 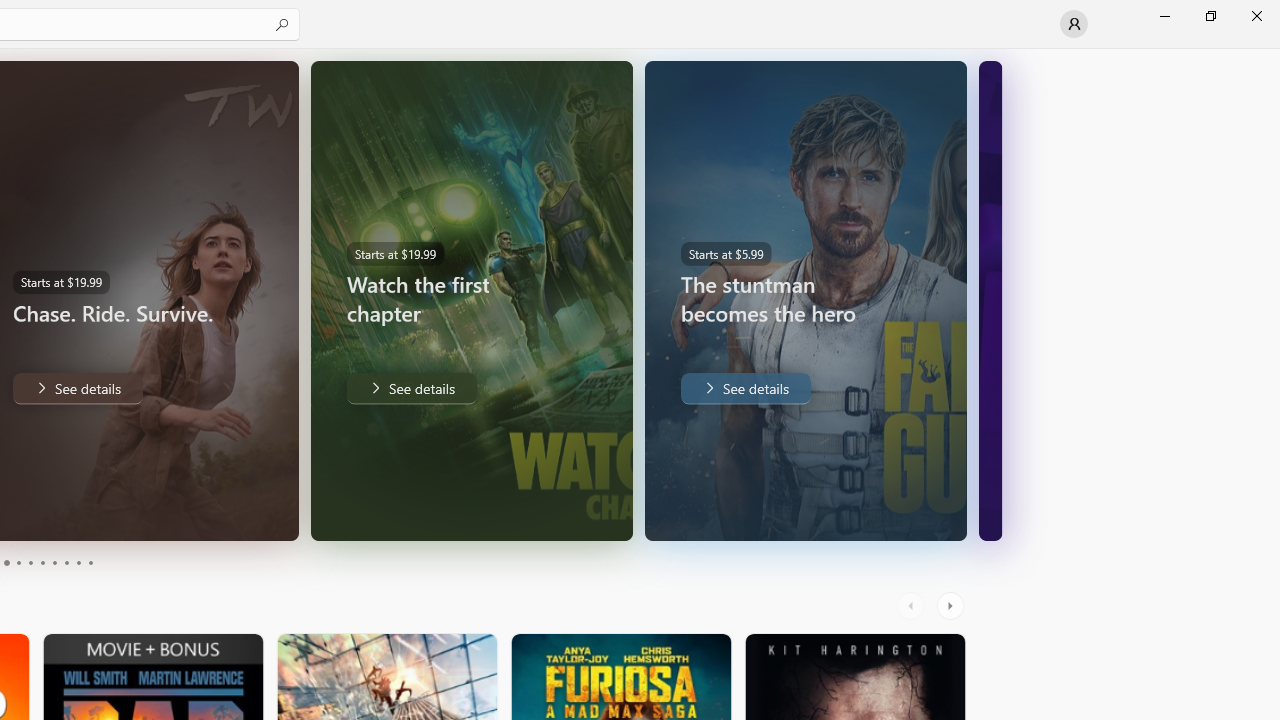 I want to click on 'Page 3', so click(x=5, y=563).